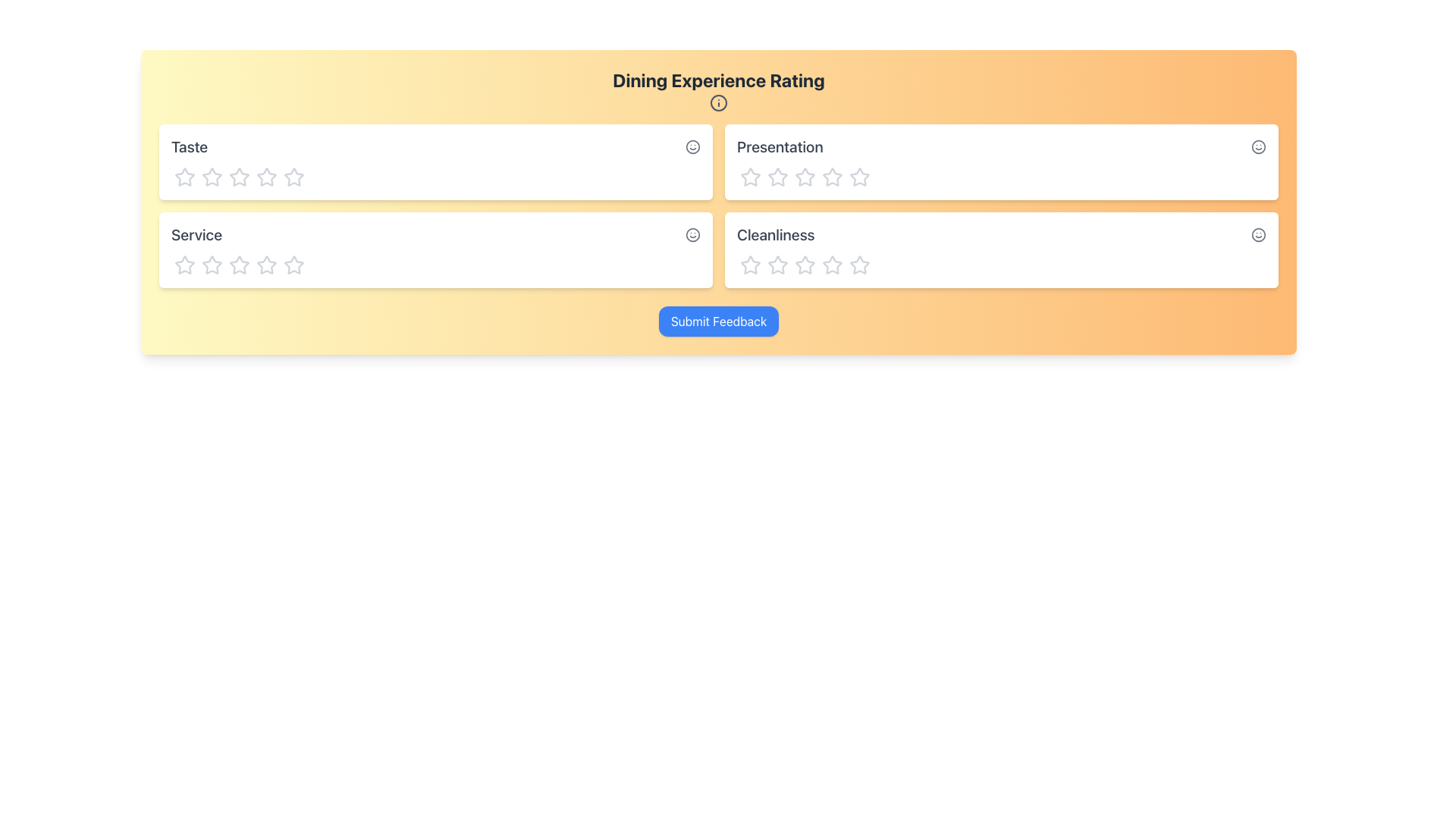  Describe the element at coordinates (184, 263) in the screenshot. I see `the first rating star for the 'Service' category` at that location.